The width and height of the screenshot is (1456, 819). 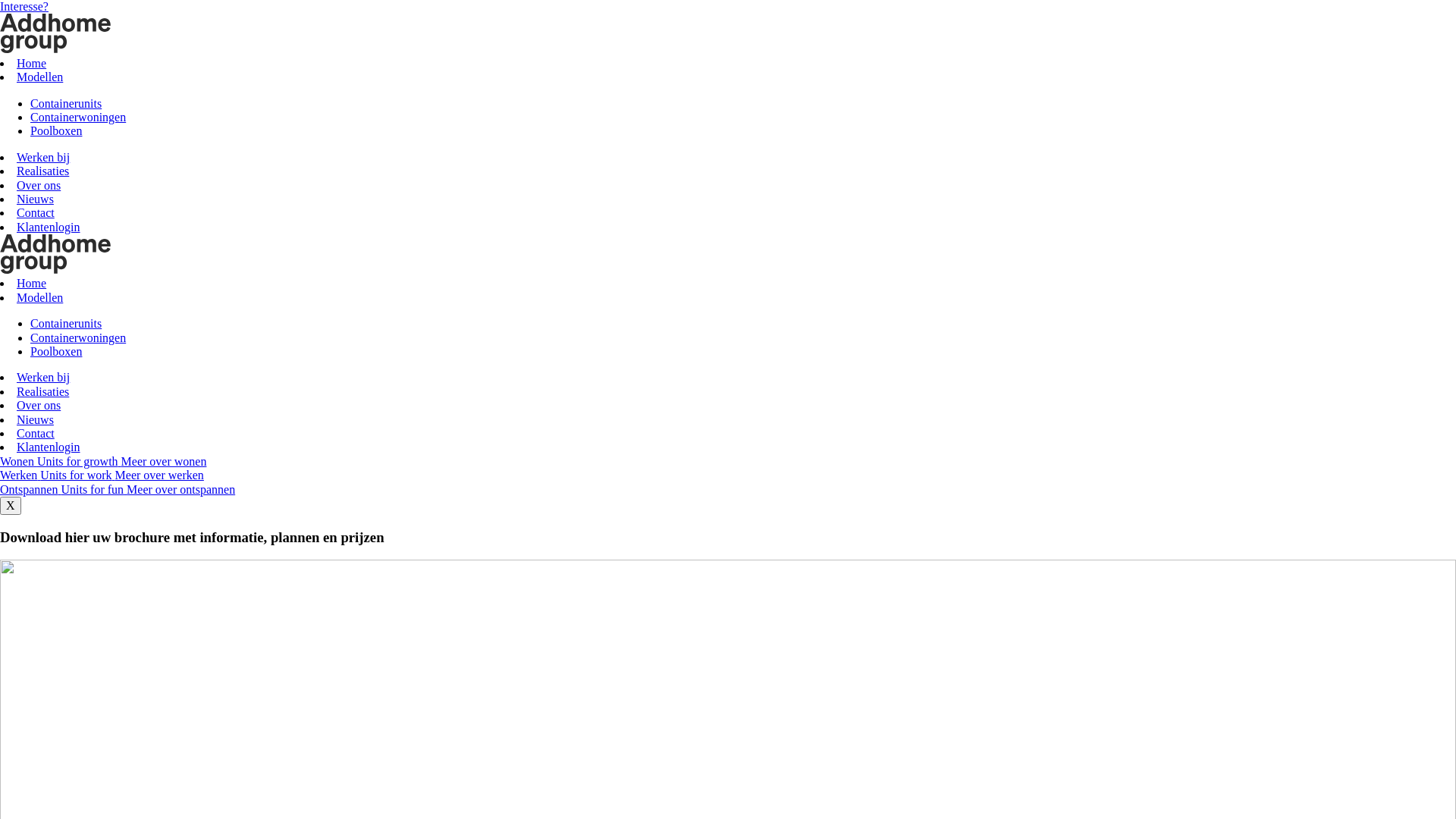 What do you see at coordinates (24, 6) in the screenshot?
I see `'Interesse?'` at bounding box center [24, 6].